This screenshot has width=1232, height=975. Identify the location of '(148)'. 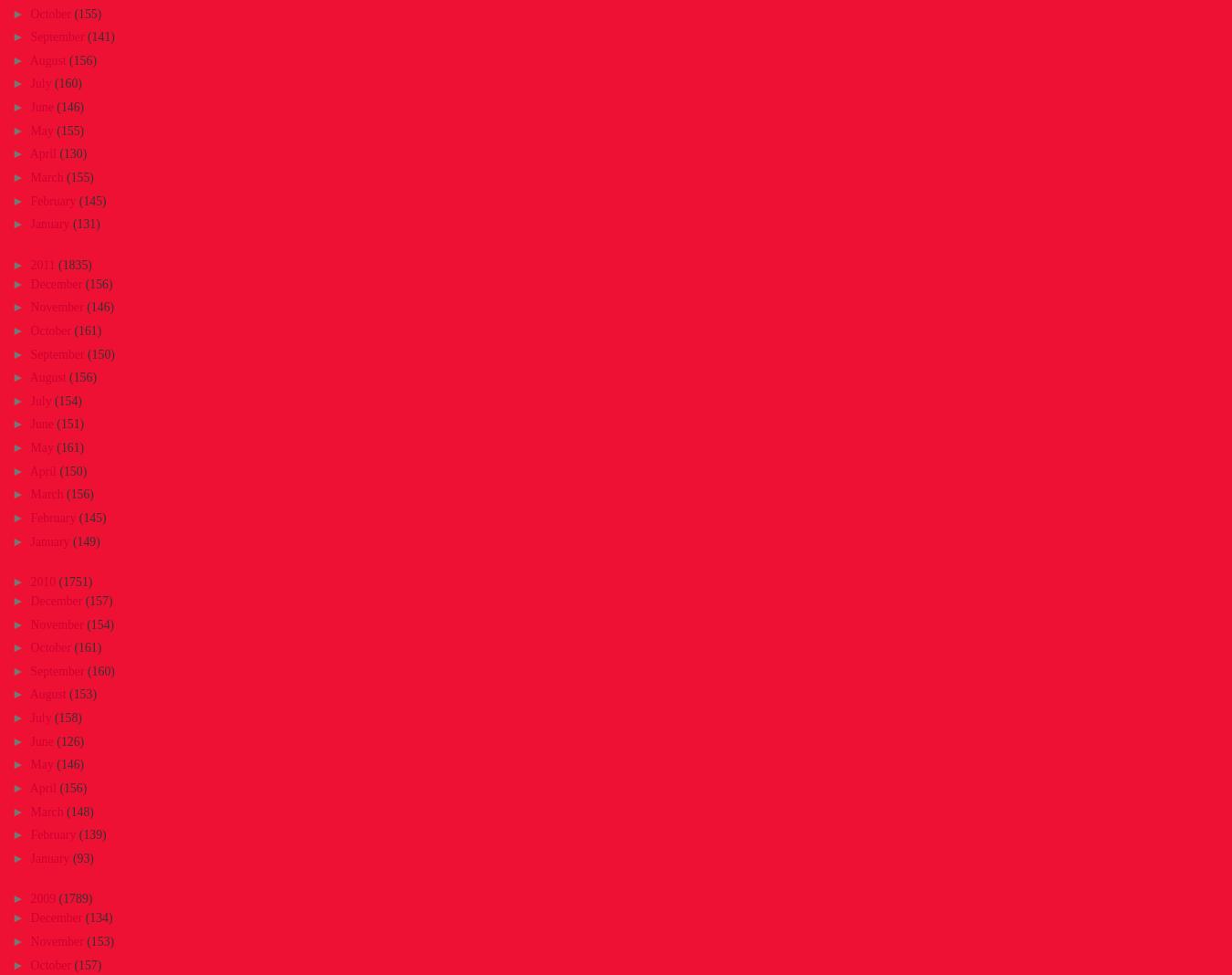
(66, 810).